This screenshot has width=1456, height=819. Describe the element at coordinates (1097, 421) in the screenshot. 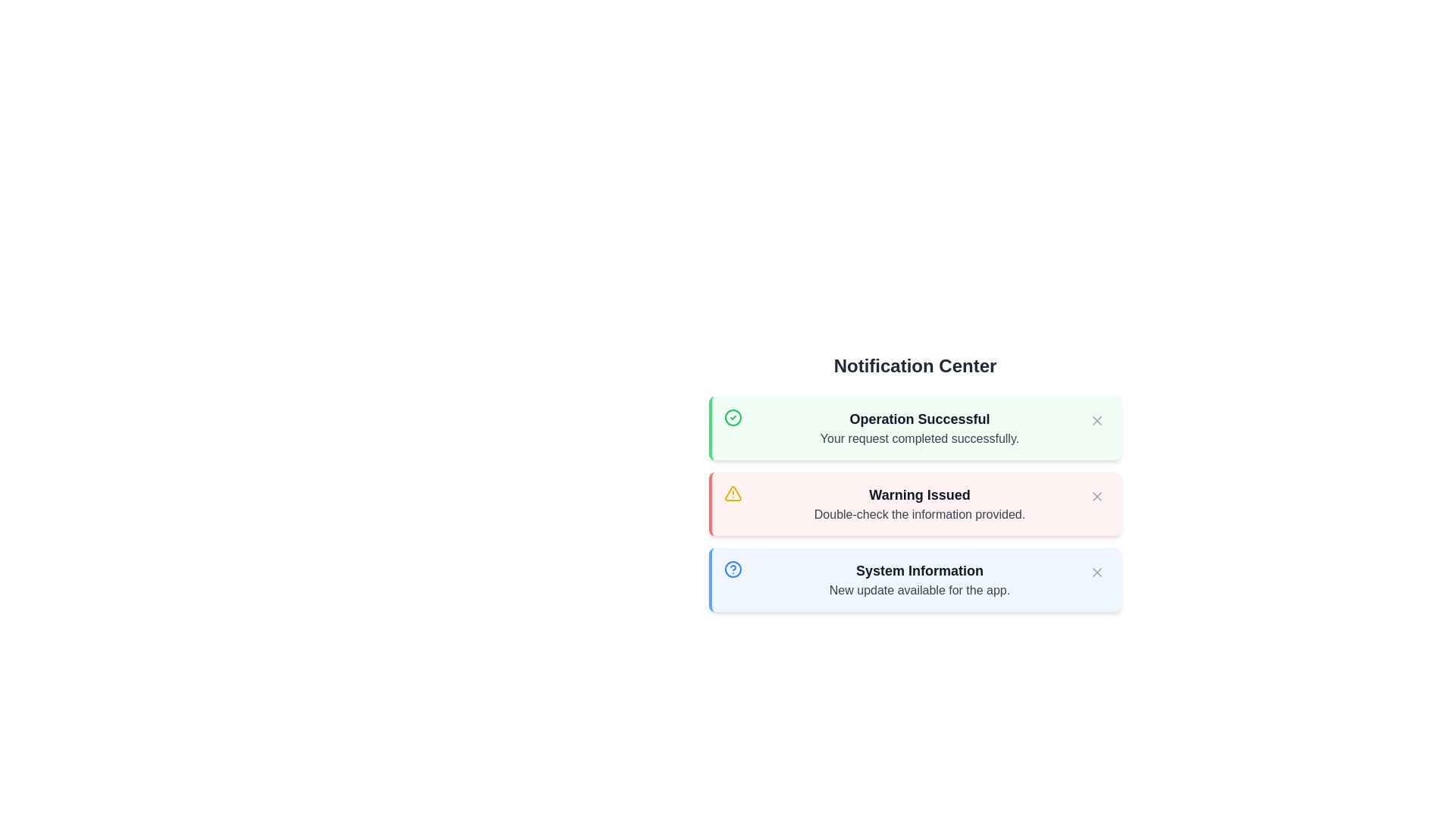

I see `the dismiss button located in the top-right corner of the green notification box to observe a color change` at that location.